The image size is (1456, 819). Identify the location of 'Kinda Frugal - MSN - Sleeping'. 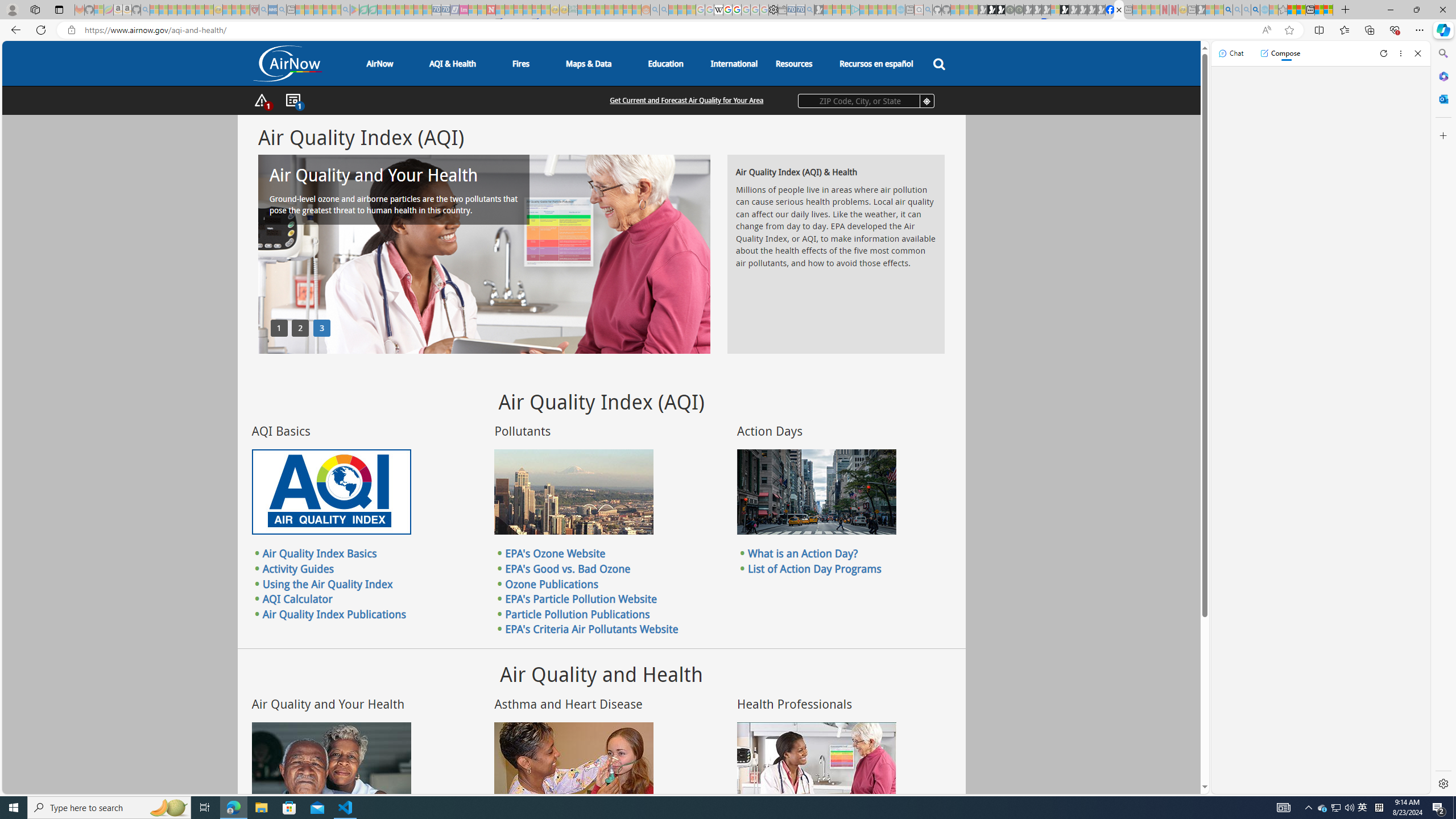
(617, 9).